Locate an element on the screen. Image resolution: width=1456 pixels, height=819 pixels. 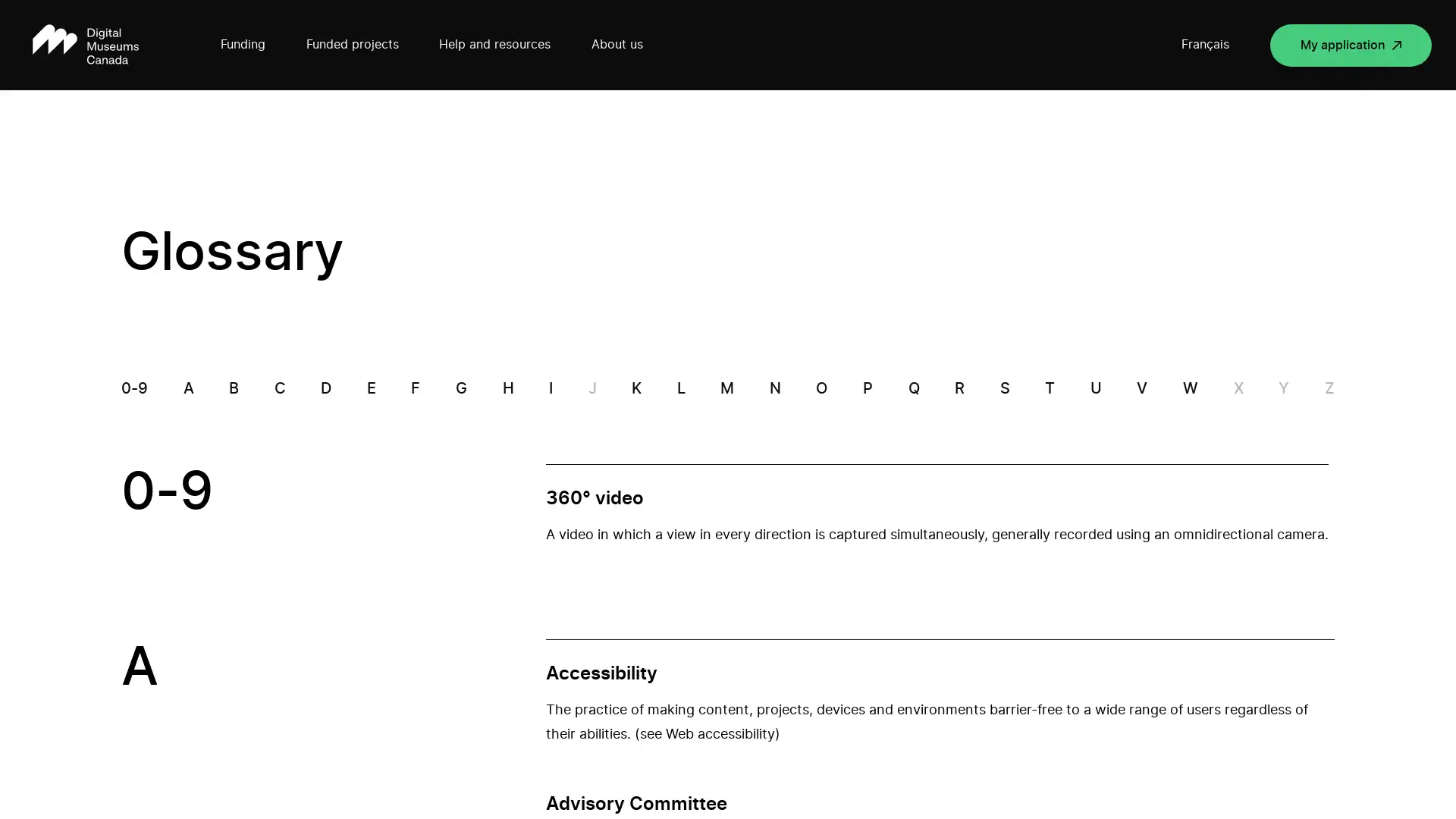
0-9 is located at coordinates (134, 388).